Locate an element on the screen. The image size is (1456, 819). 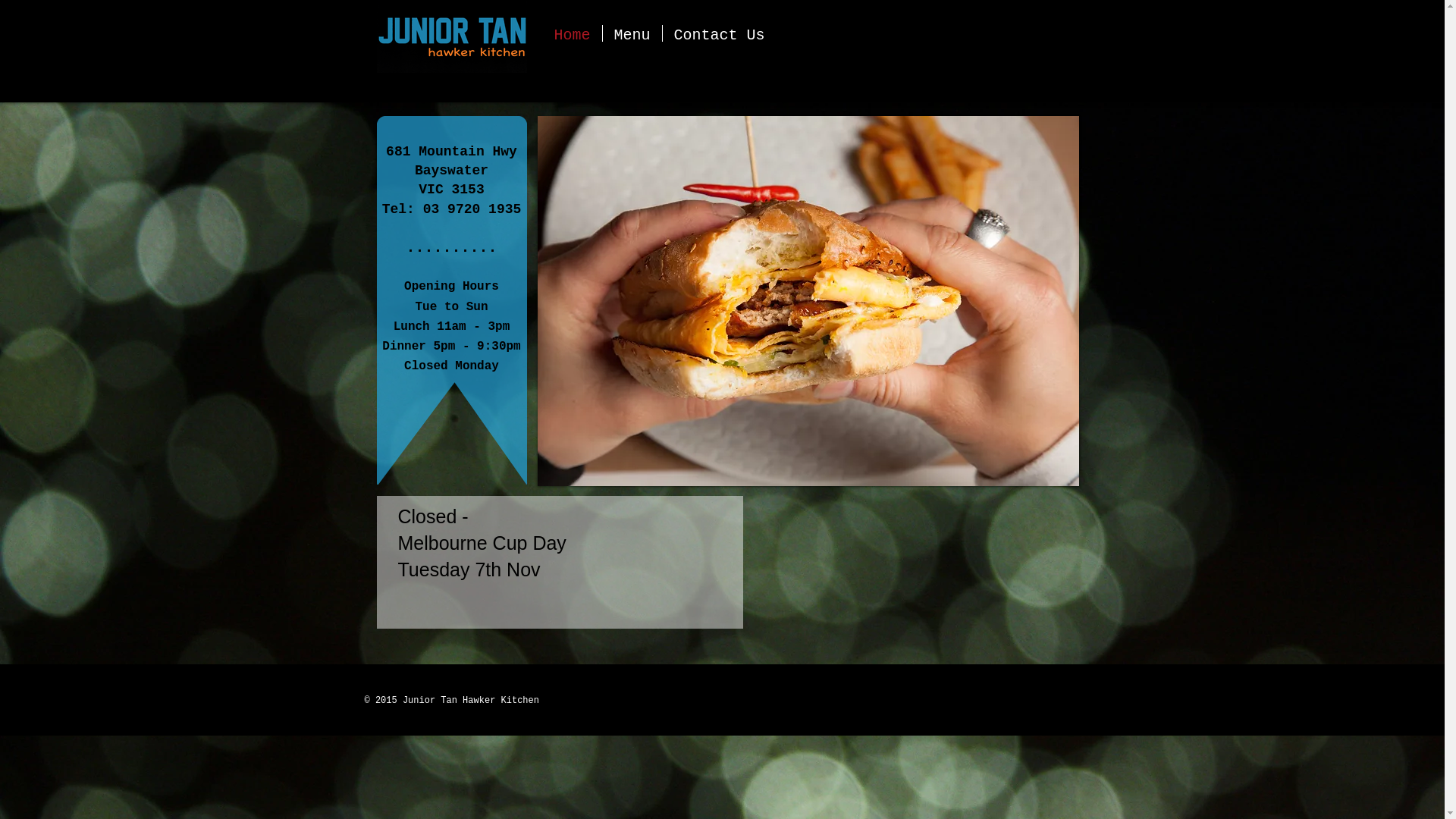
'Home' is located at coordinates (571, 33).